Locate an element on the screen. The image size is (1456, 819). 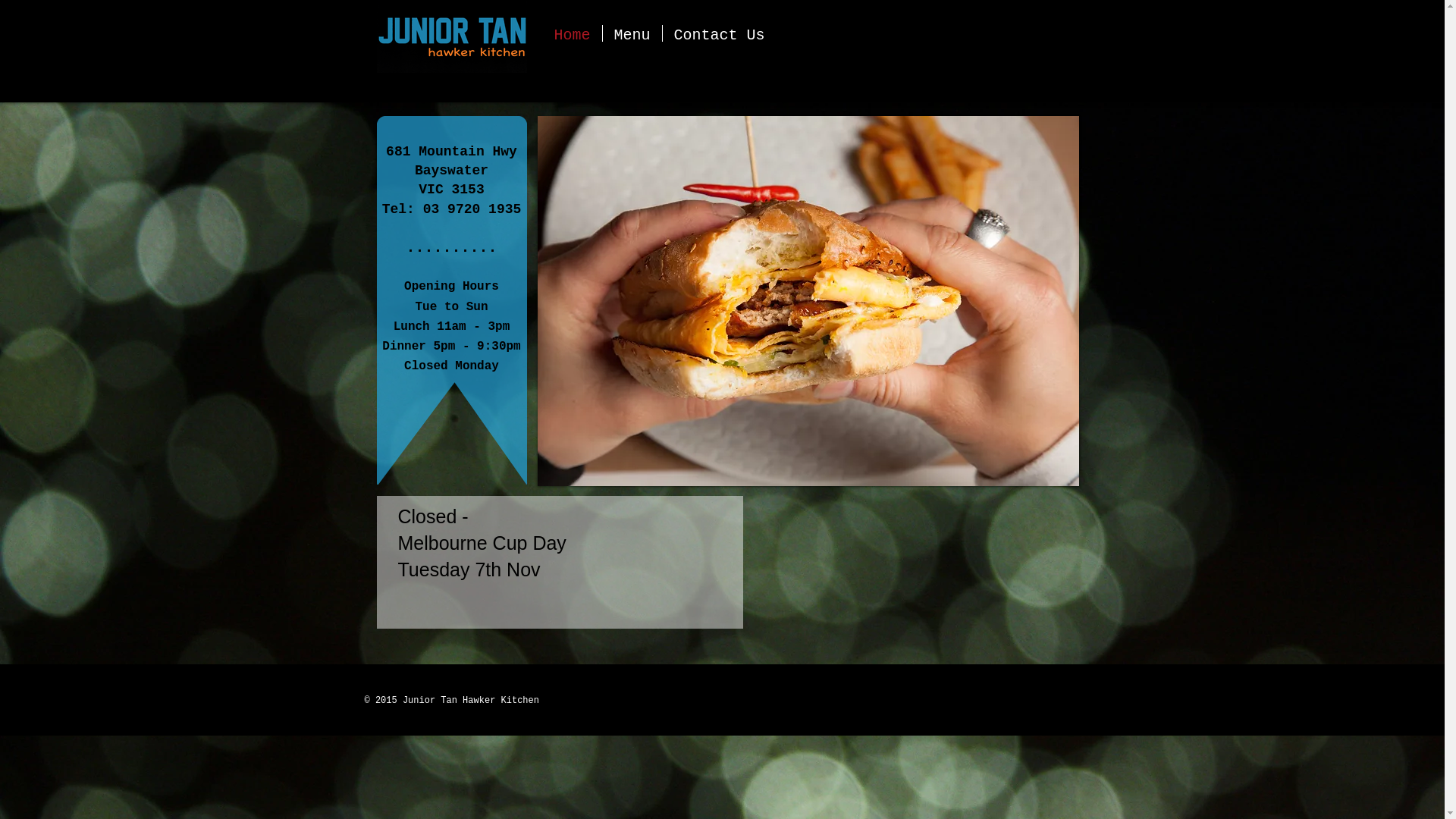
'Home' is located at coordinates (571, 33).